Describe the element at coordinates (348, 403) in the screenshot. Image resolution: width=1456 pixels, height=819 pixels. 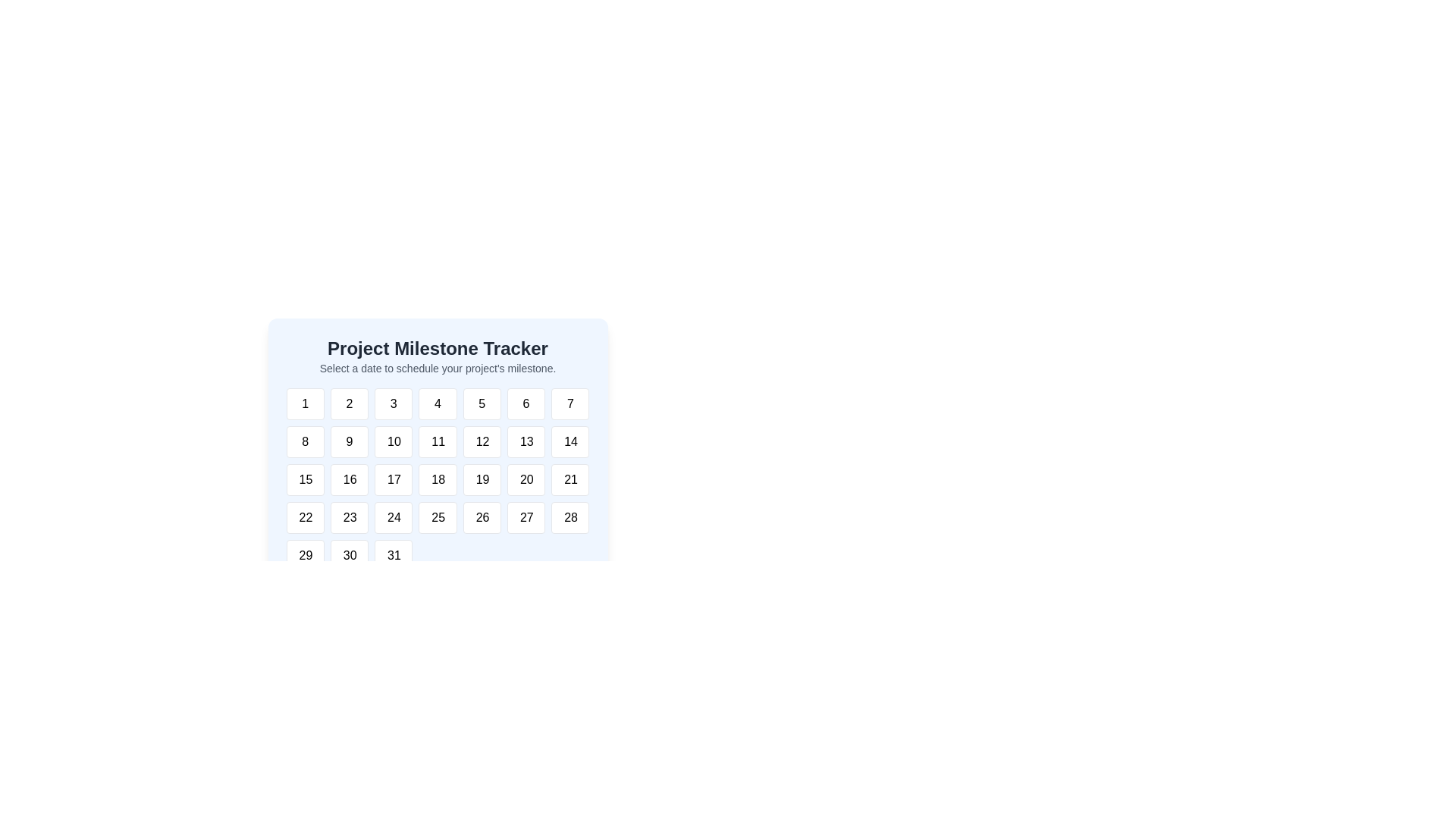
I see `the button representing the selectable date (2) in the calendar interface for keyboard navigation` at that location.